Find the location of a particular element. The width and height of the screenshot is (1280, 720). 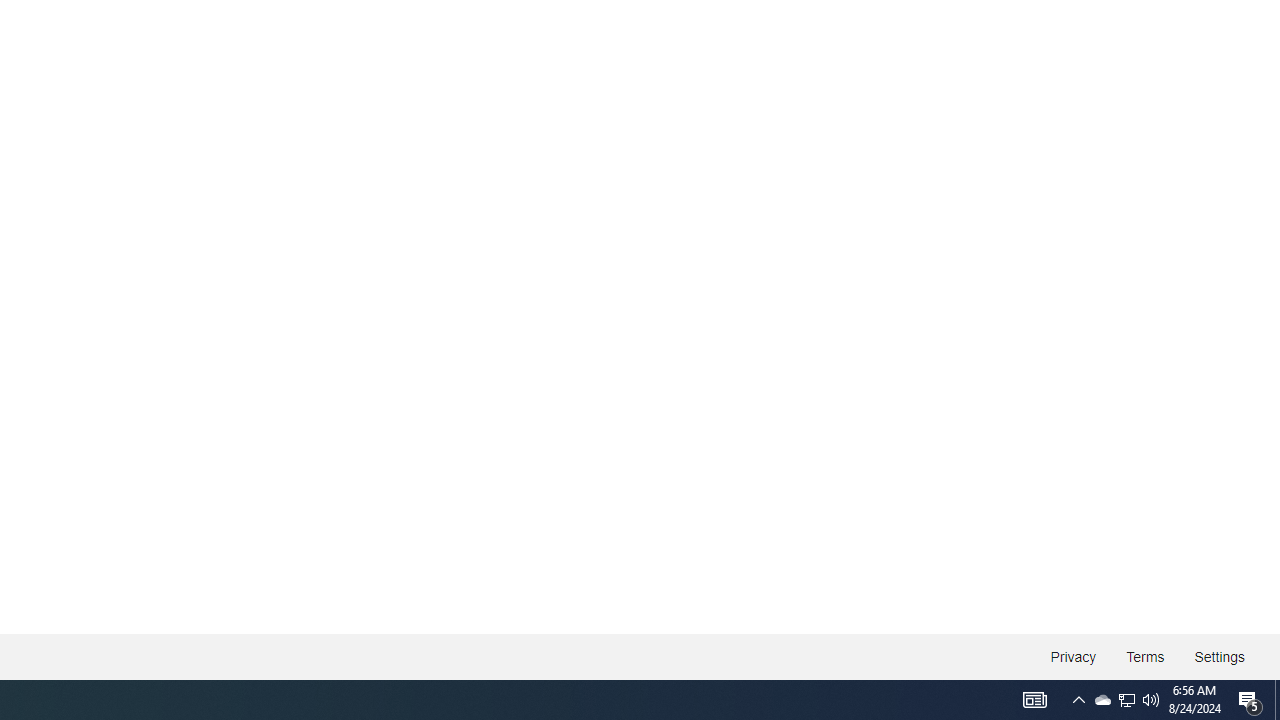

'Privacy' is located at coordinates (1072, 657).